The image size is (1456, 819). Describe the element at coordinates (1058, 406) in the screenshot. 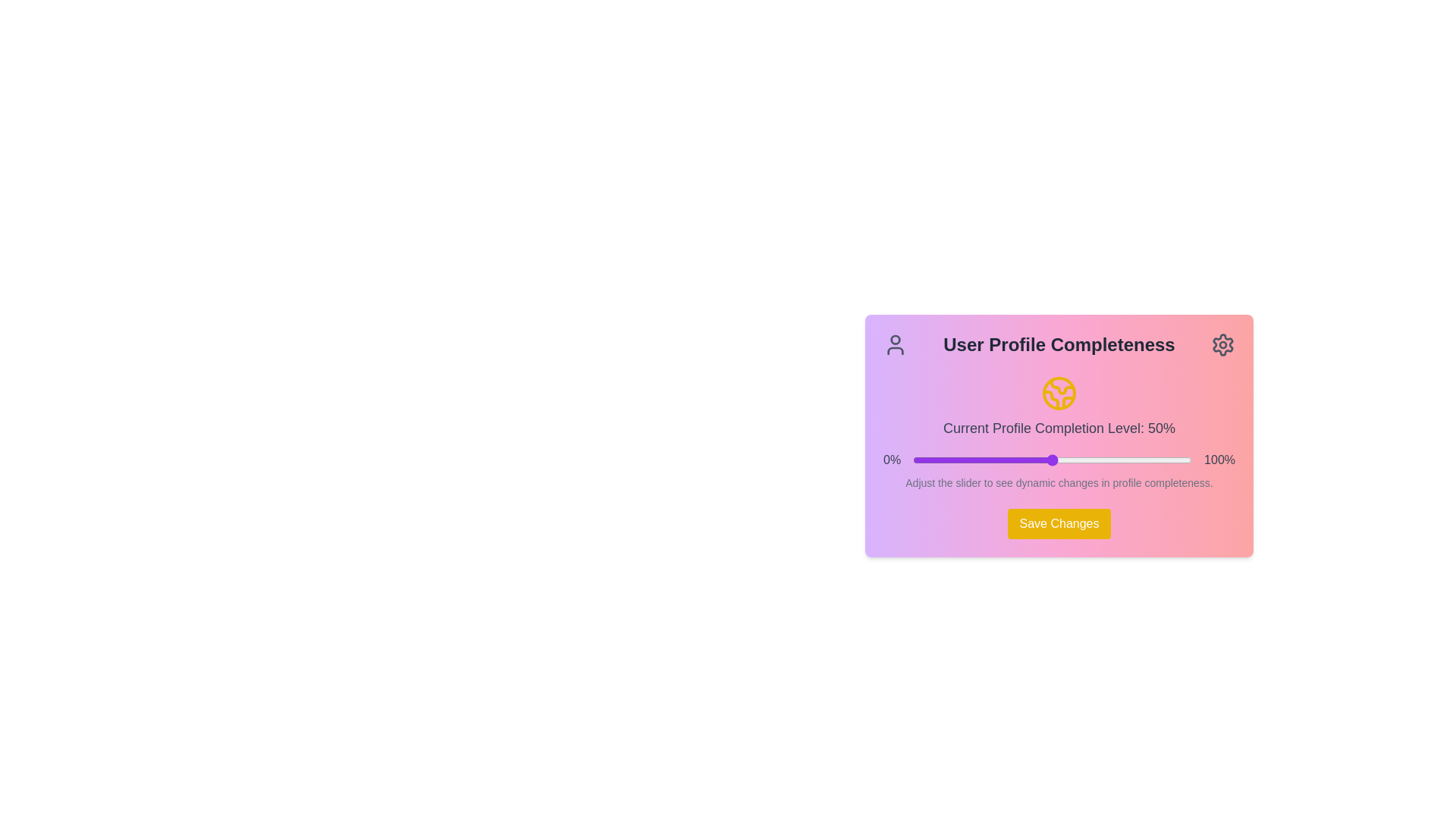

I see `the informational text displaying 'Current Profile Completion Level: 50%' with a globe icon in yellow, located within the 'User Profile Completeness' card` at that location.